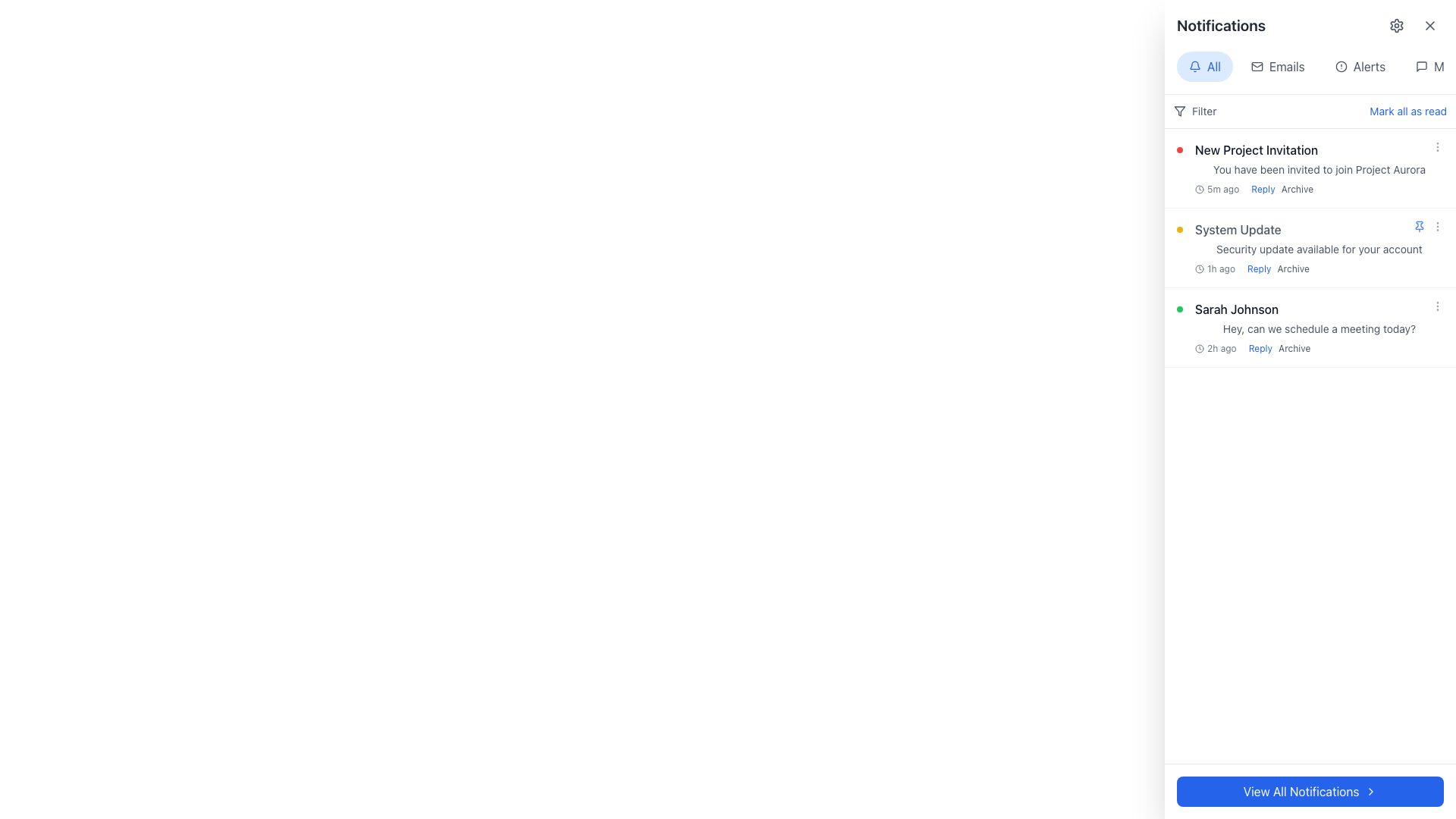 This screenshot has width=1456, height=819. I want to click on the 'All' notifications filter button, which is the first button in the horizontal navigation bar at the top of the notification panel, featuring a blue background and a bell icon, so click(1203, 66).